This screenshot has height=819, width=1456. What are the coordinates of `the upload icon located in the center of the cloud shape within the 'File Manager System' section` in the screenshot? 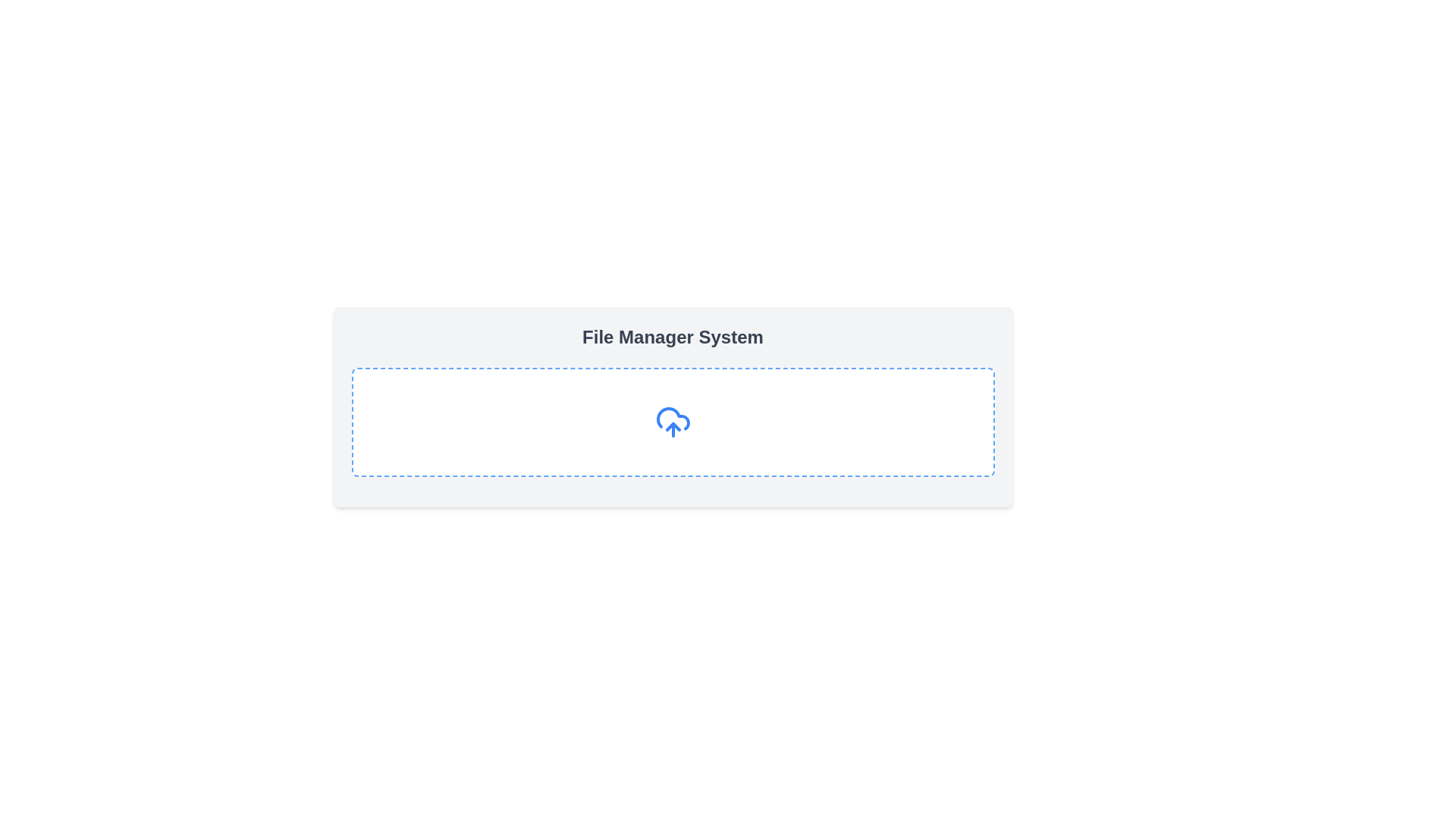 It's located at (672, 427).